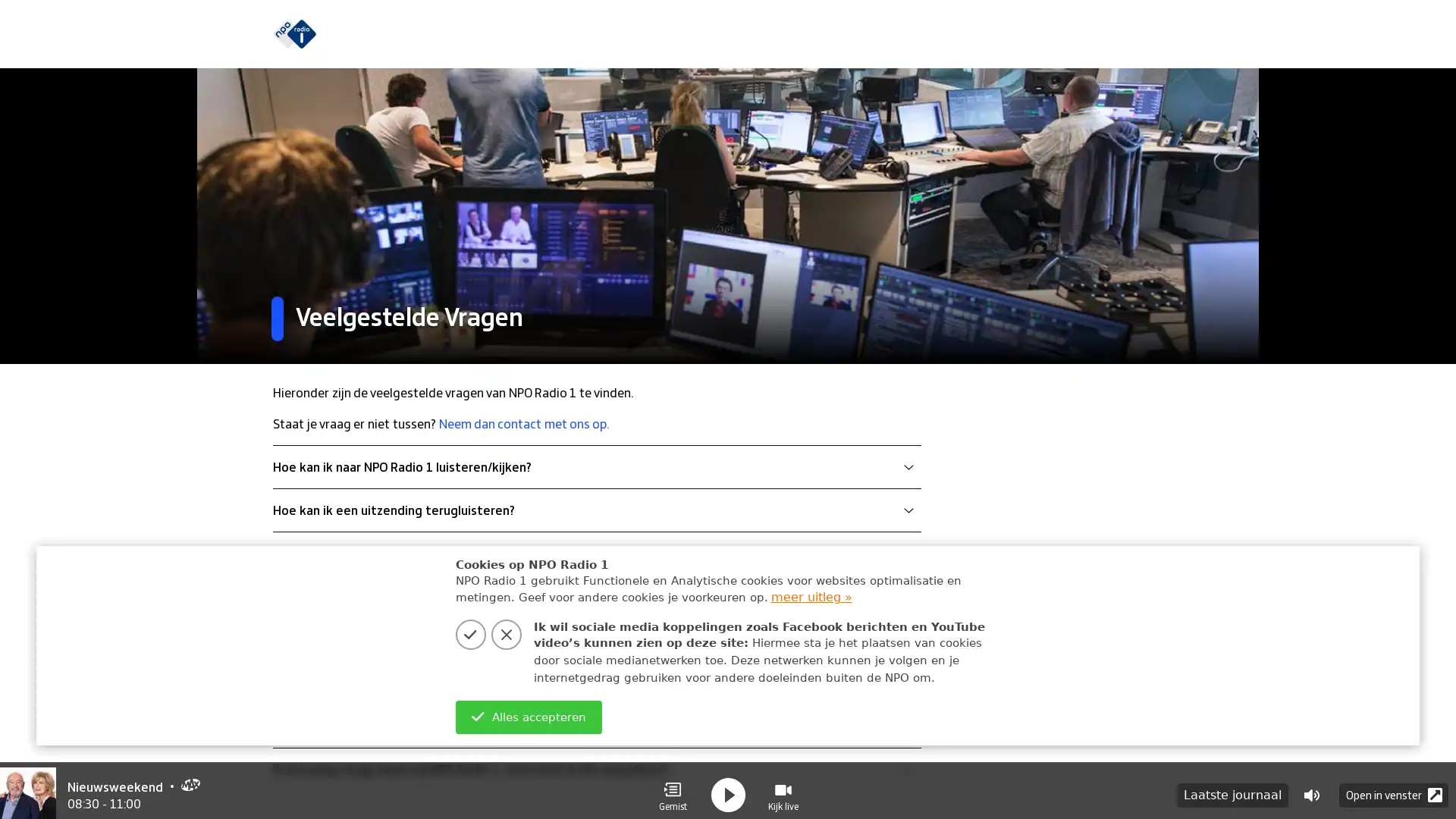 Image resolution: width=1456 pixels, height=819 pixels. What do you see at coordinates (1394, 786) in the screenshot?
I see `Open in venster Popup Icon` at bounding box center [1394, 786].